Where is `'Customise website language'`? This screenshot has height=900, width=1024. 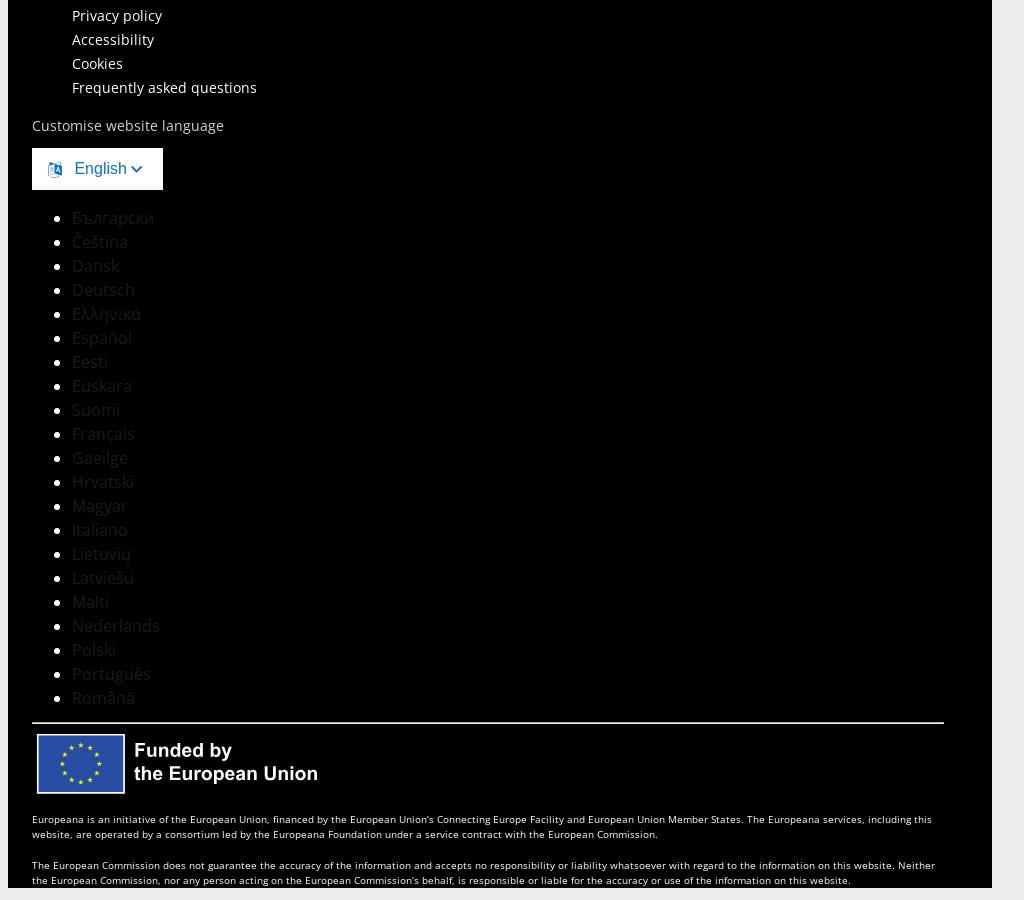
'Customise website language' is located at coordinates (128, 124).